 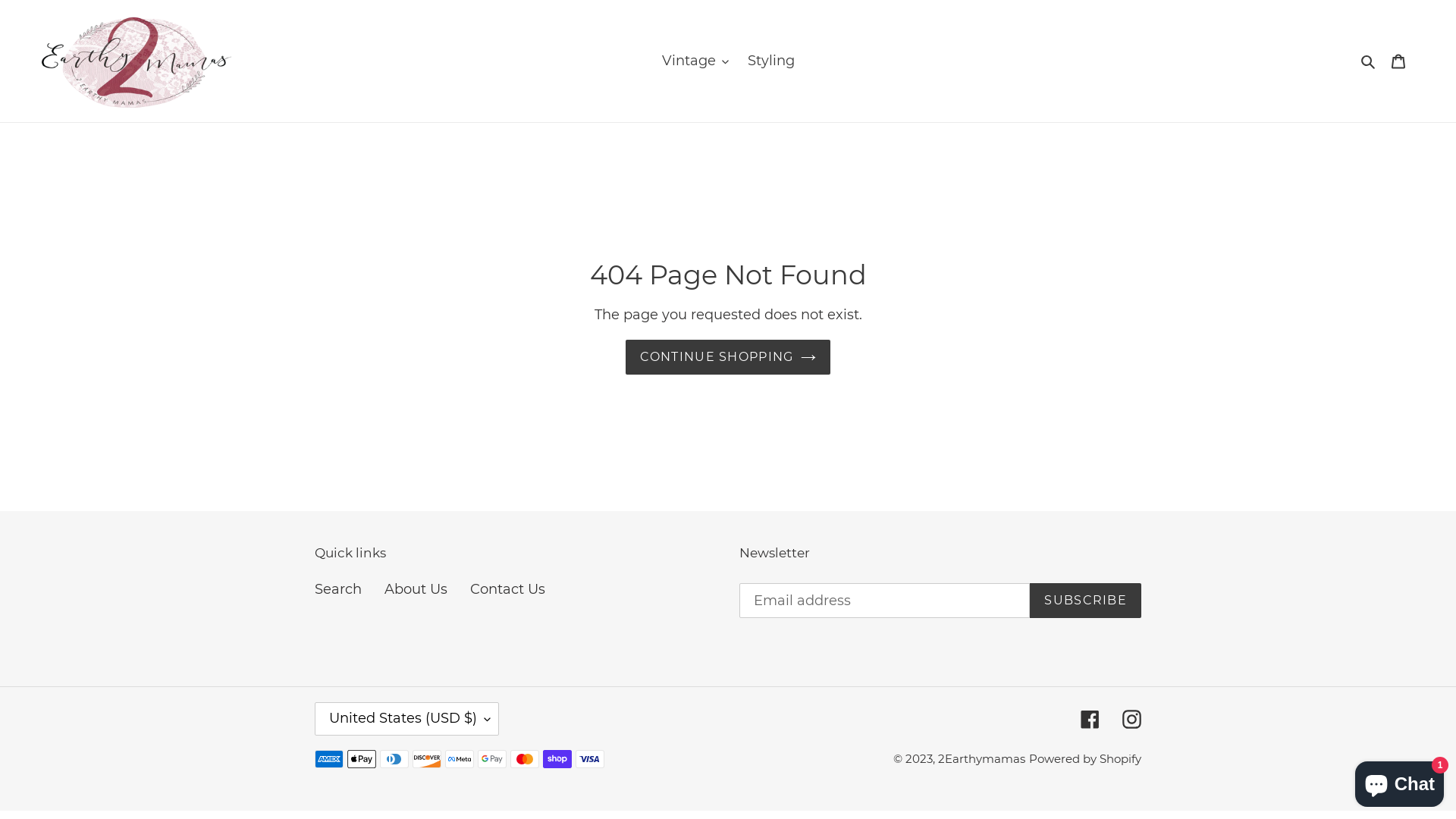 What do you see at coordinates (416, 588) in the screenshot?
I see `'About Us'` at bounding box center [416, 588].